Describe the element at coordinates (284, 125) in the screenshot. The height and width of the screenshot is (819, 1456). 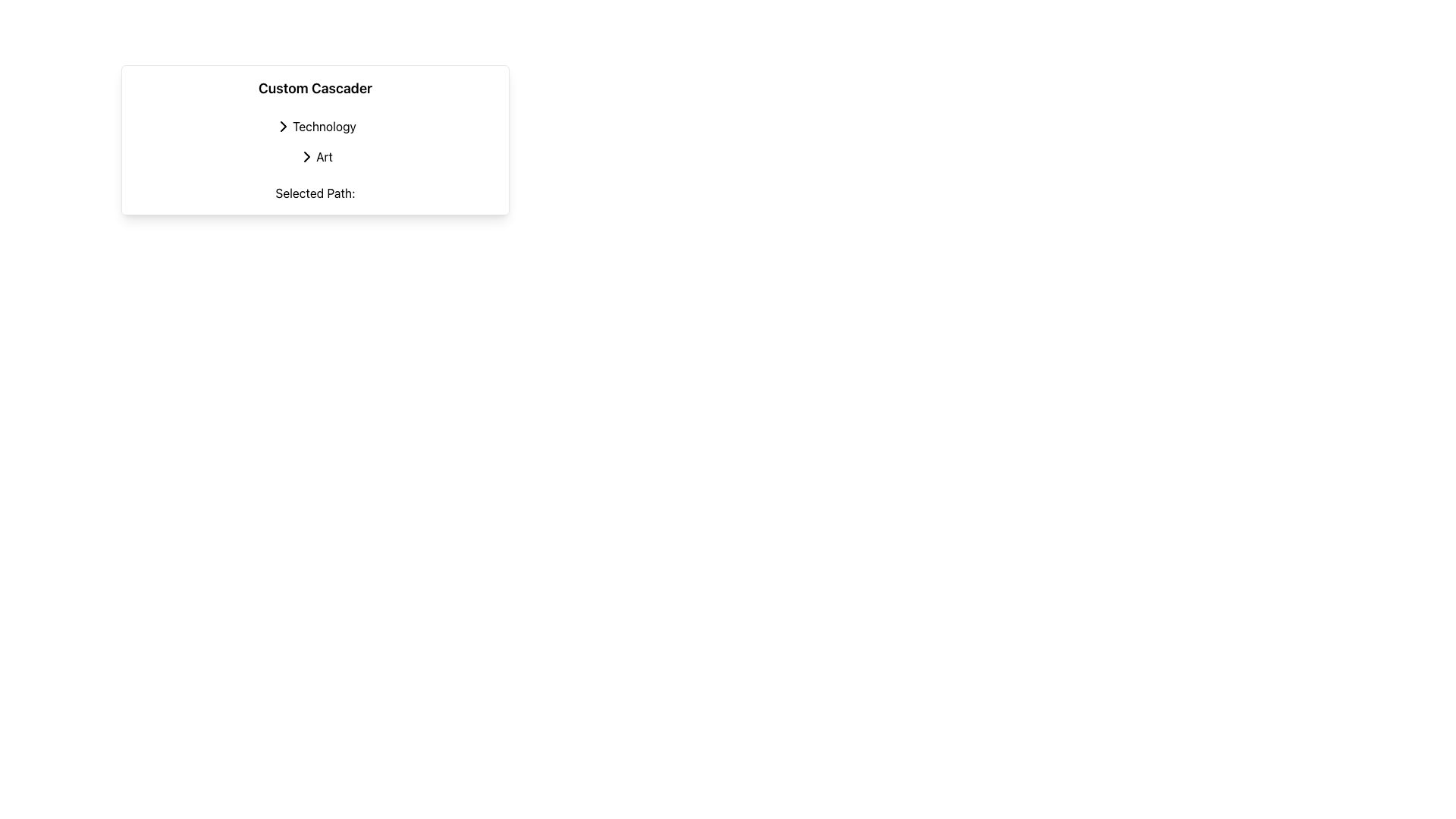
I see `the chevron icon located to the right of the 'Art' label in the dropdown menu under 'Custom Cascader'` at that location.